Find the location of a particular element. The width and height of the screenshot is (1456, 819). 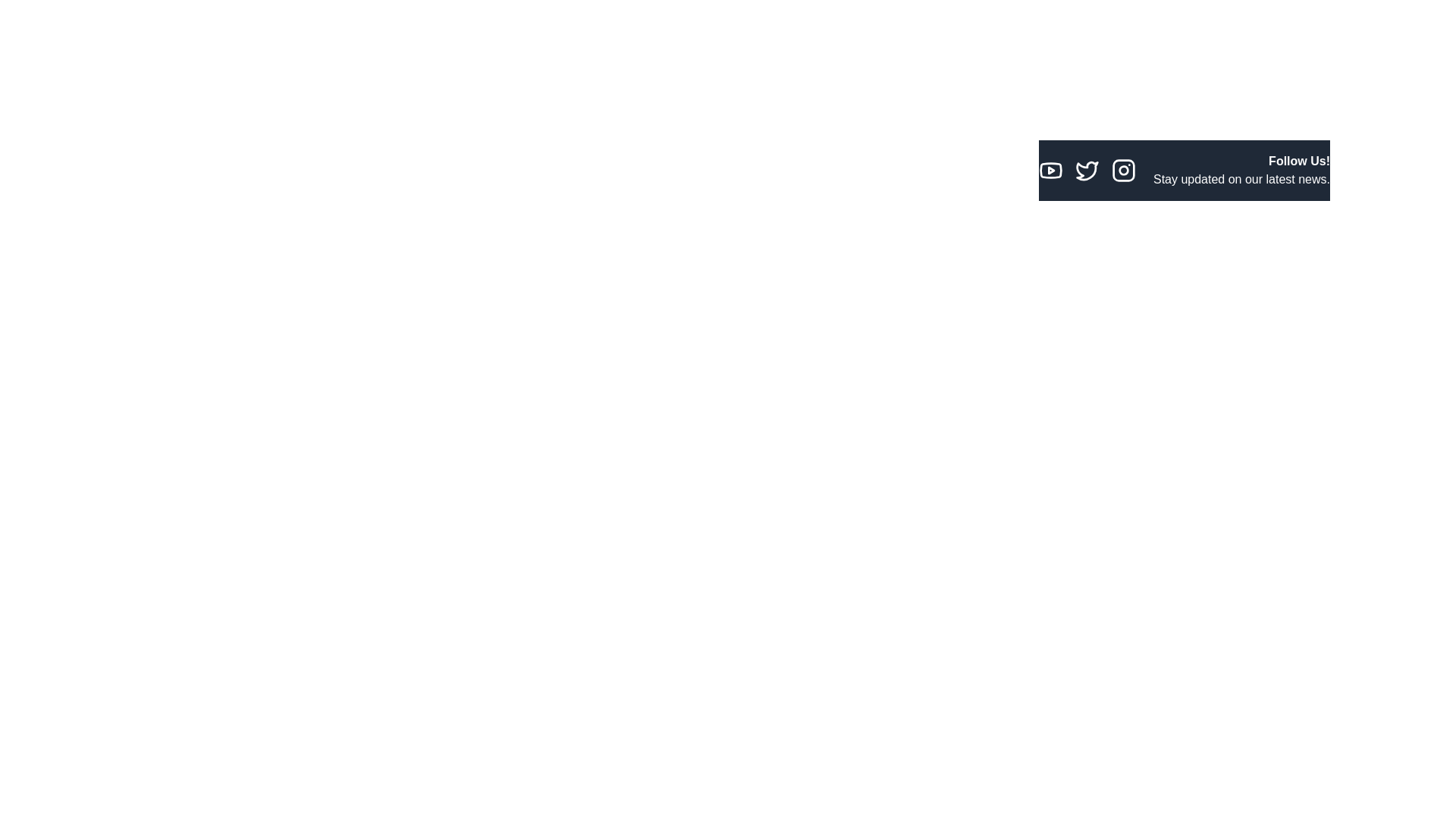

the Twitter icon, which is the second icon in a horizontal sequence of three icons located at the top-right side of the interface is located at coordinates (1087, 170).